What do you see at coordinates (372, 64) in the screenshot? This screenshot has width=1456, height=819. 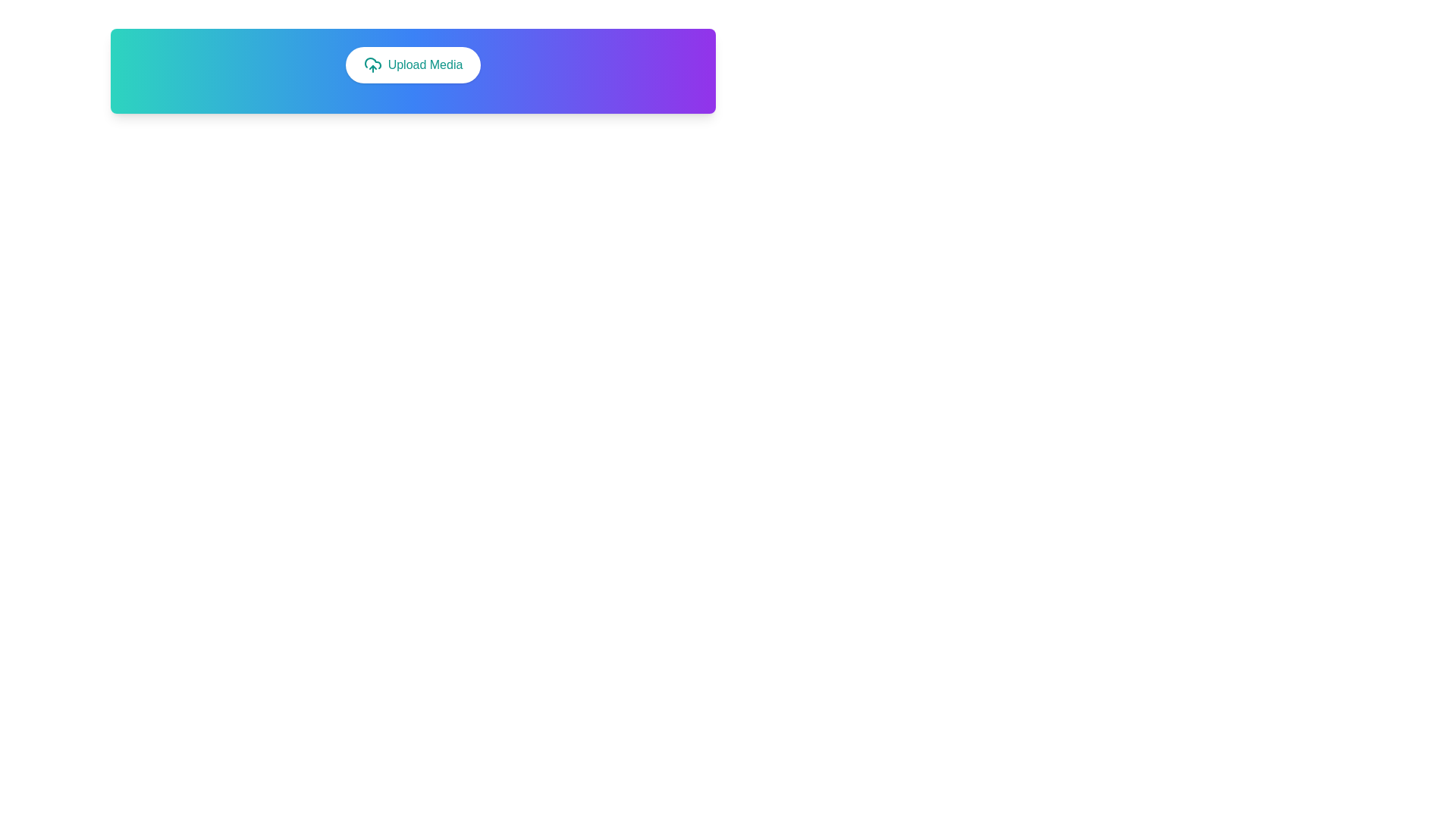 I see `the upload icon, which is a cloud with an upward-pointing arrow, located to the left of the 'Upload Media' button` at bounding box center [372, 64].